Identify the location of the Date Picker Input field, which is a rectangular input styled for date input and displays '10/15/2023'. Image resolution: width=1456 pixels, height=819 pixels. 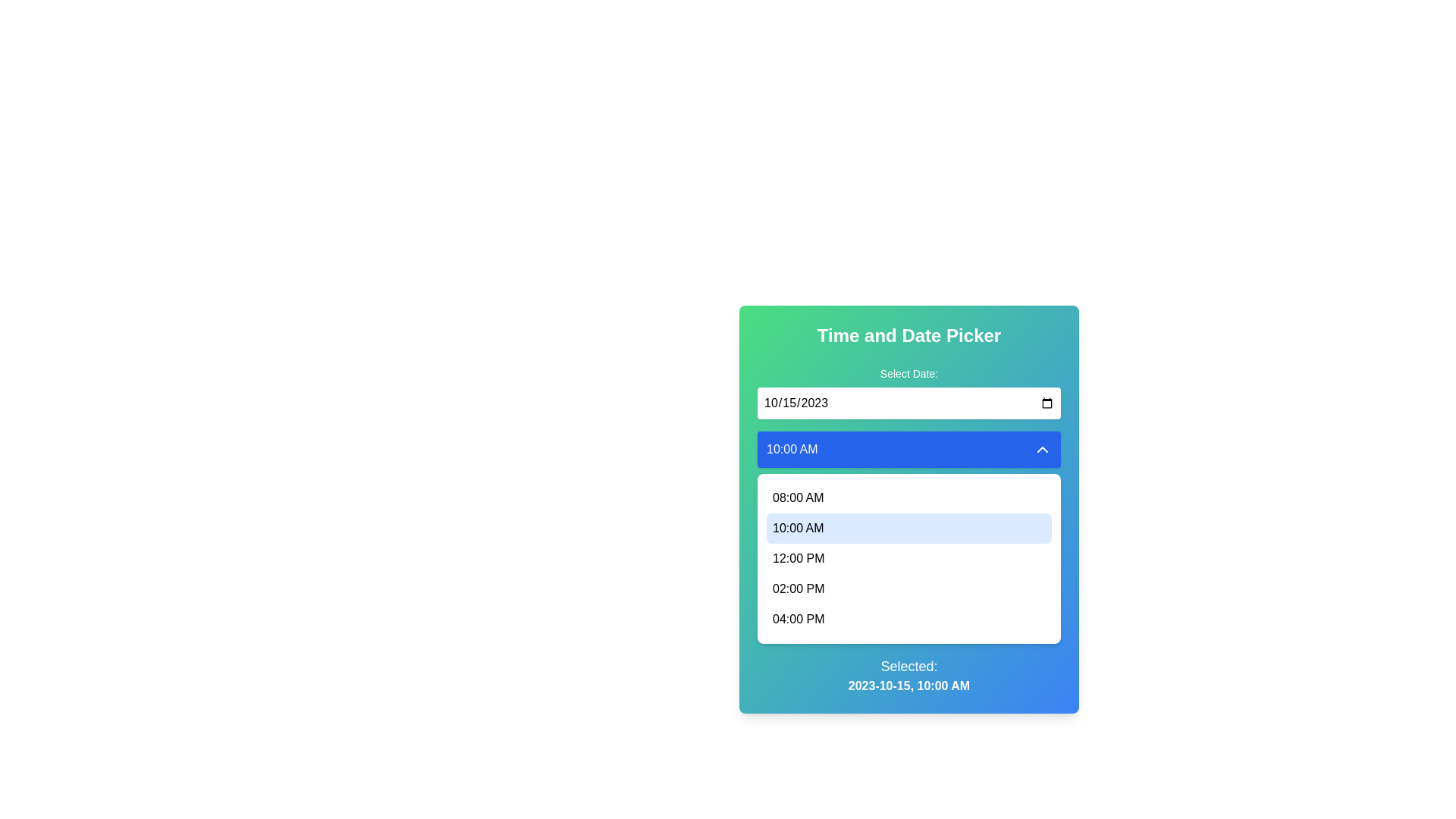
(909, 403).